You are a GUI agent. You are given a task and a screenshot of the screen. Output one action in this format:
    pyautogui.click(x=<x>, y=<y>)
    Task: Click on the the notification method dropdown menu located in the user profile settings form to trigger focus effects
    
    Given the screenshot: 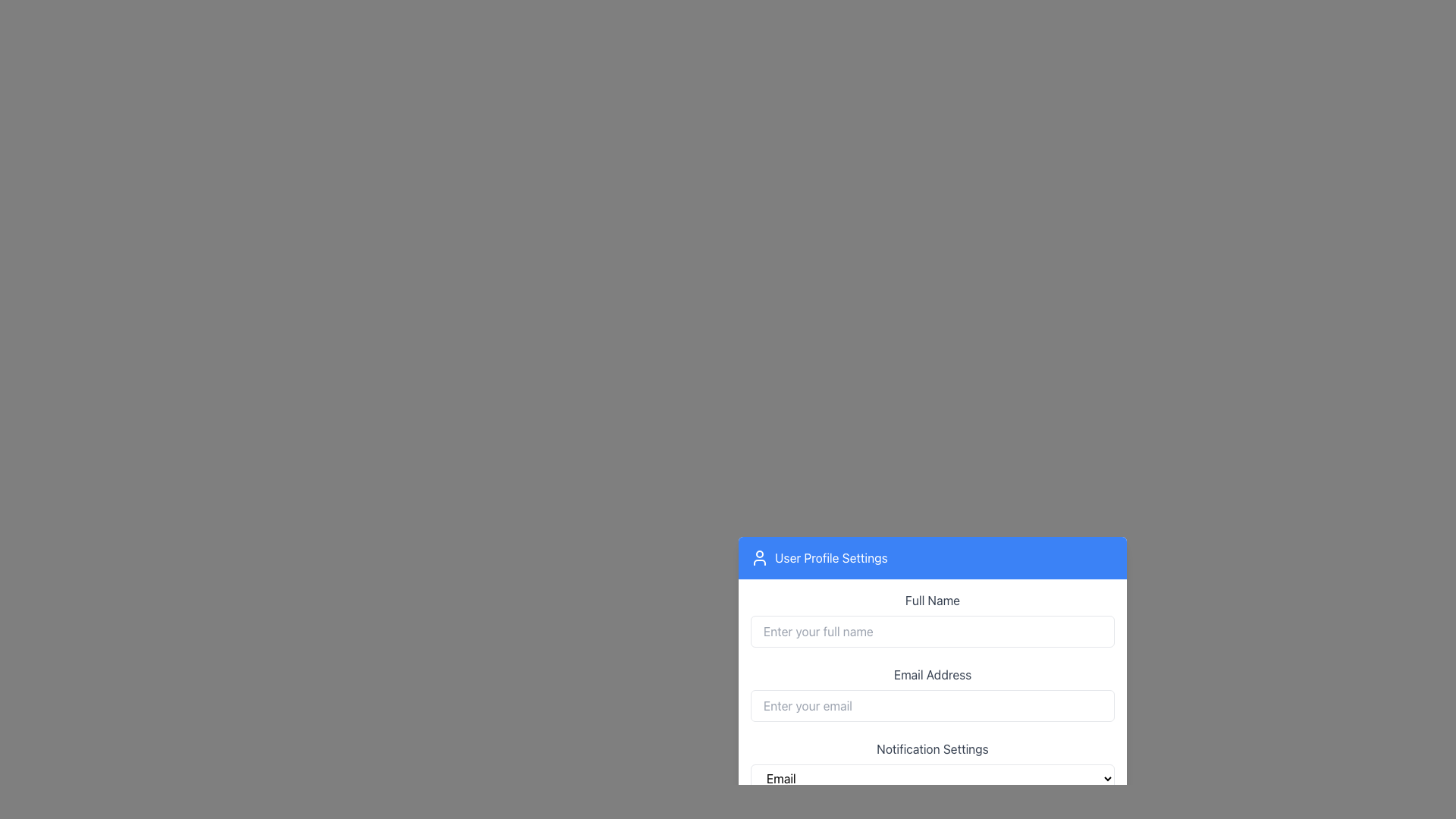 What is the action you would take?
    pyautogui.click(x=931, y=766)
    